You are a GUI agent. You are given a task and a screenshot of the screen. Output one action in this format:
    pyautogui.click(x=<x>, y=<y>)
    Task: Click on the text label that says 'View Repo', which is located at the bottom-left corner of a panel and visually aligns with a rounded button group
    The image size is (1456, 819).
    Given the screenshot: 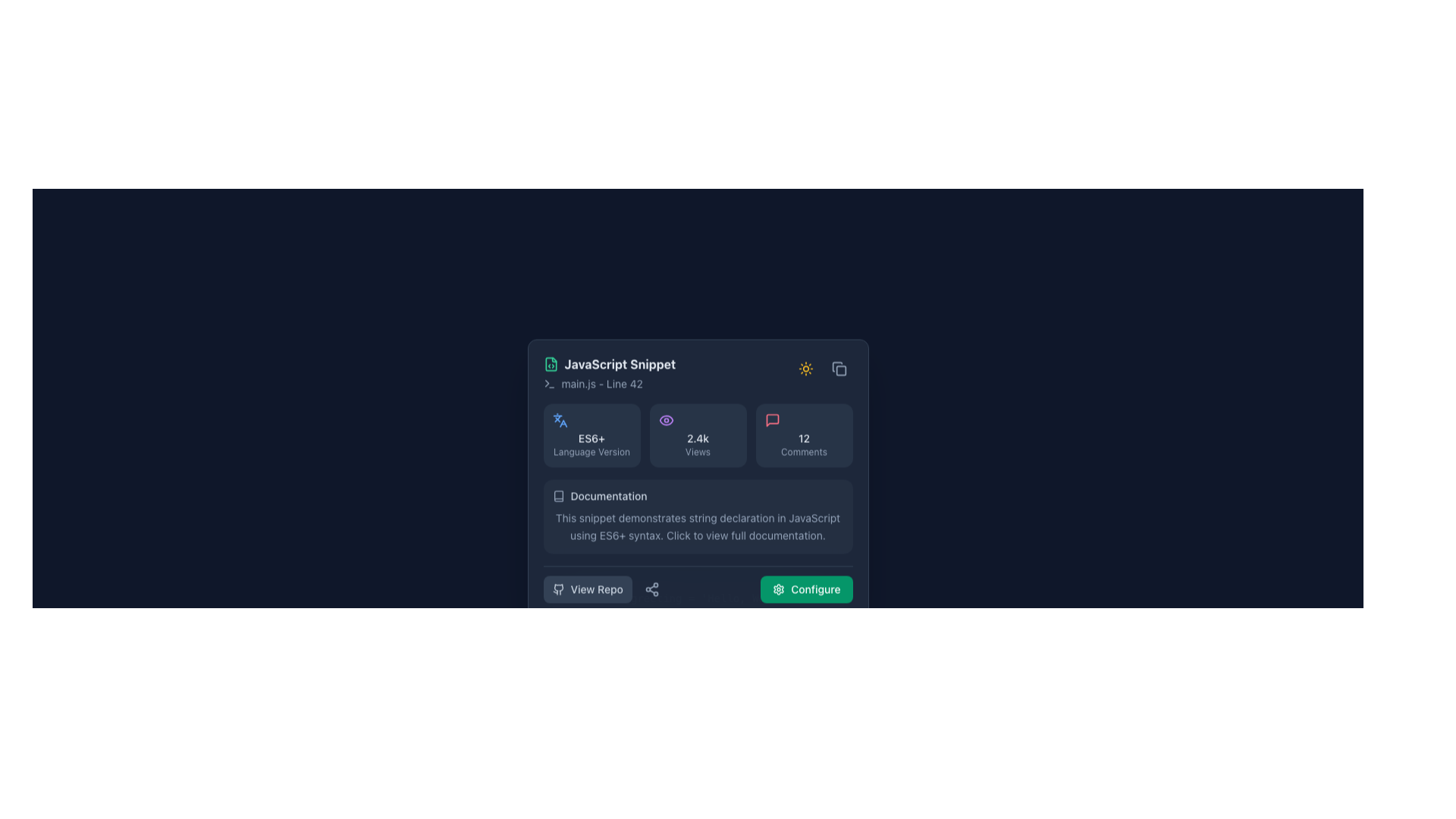 What is the action you would take?
    pyautogui.click(x=596, y=588)
    